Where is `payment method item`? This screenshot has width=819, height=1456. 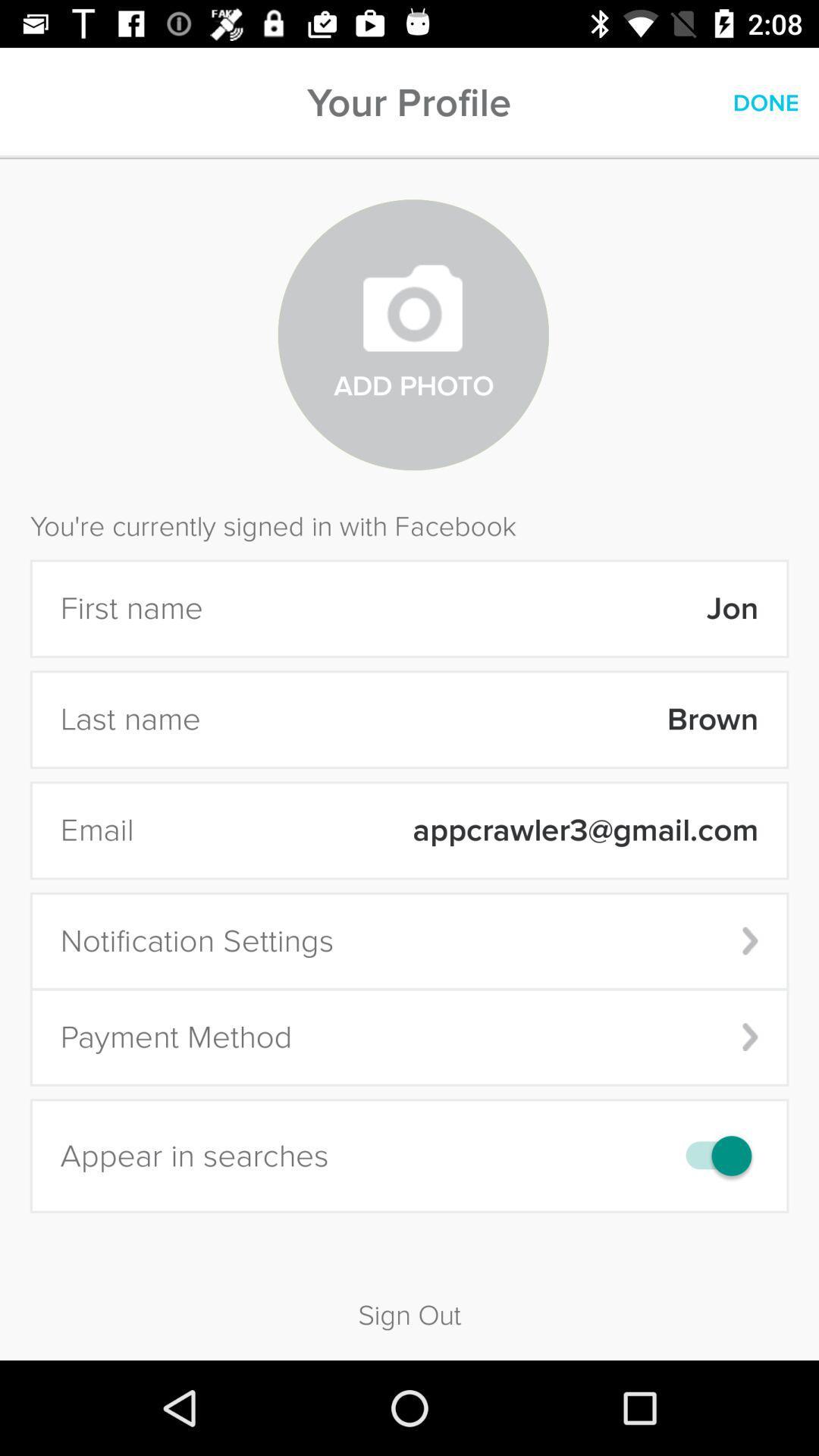 payment method item is located at coordinates (409, 1037).